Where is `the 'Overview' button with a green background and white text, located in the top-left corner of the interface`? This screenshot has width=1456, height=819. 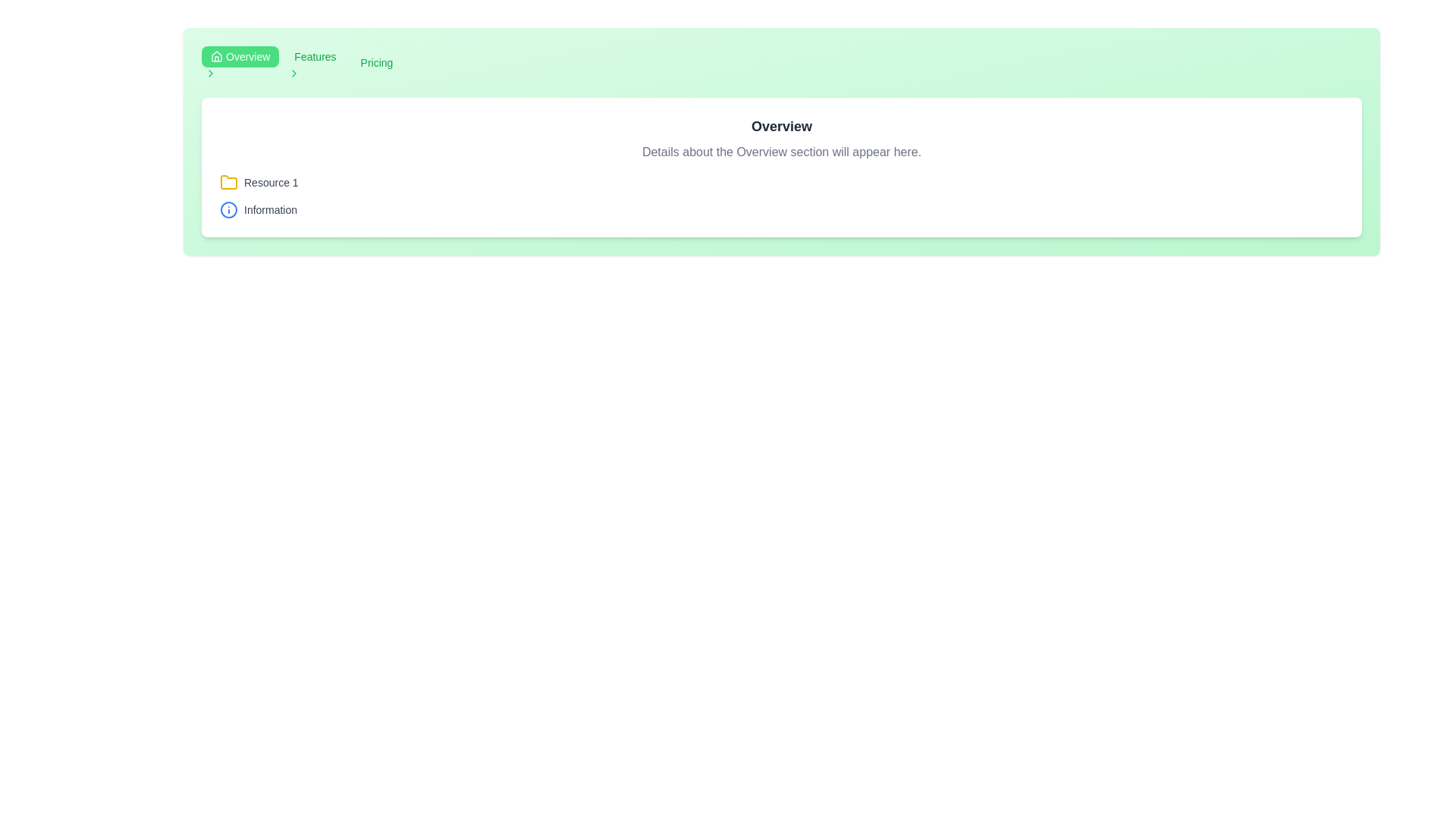 the 'Overview' button with a green background and white text, located in the top-left corner of the interface is located at coordinates (239, 55).